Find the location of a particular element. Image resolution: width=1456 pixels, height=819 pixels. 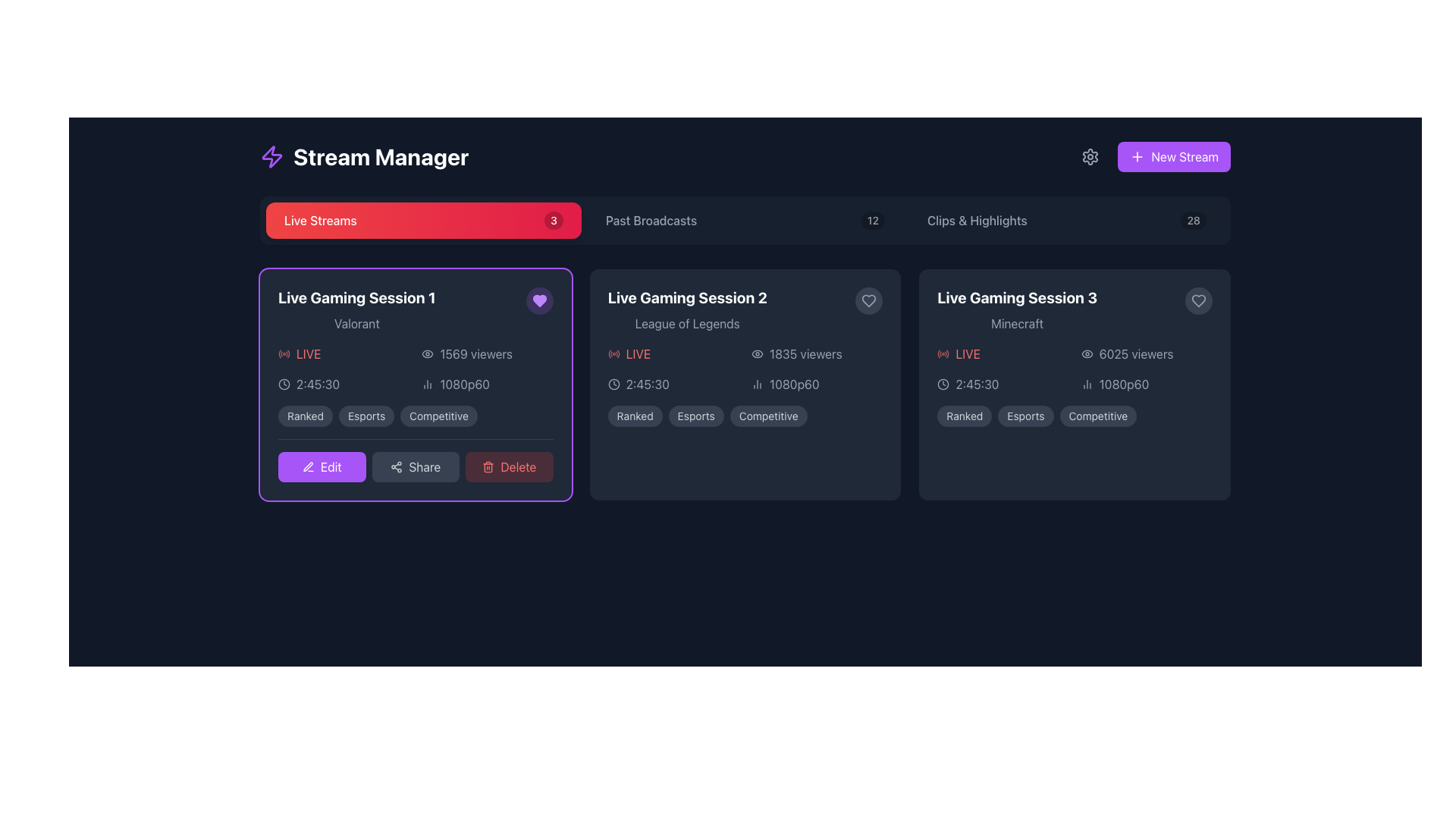

the text label displaying '1835 viewers' in light gray font, which is situated beside the eye-shaped icon in the 'Live Gaming Session 2' section of the second card from the left is located at coordinates (805, 353).